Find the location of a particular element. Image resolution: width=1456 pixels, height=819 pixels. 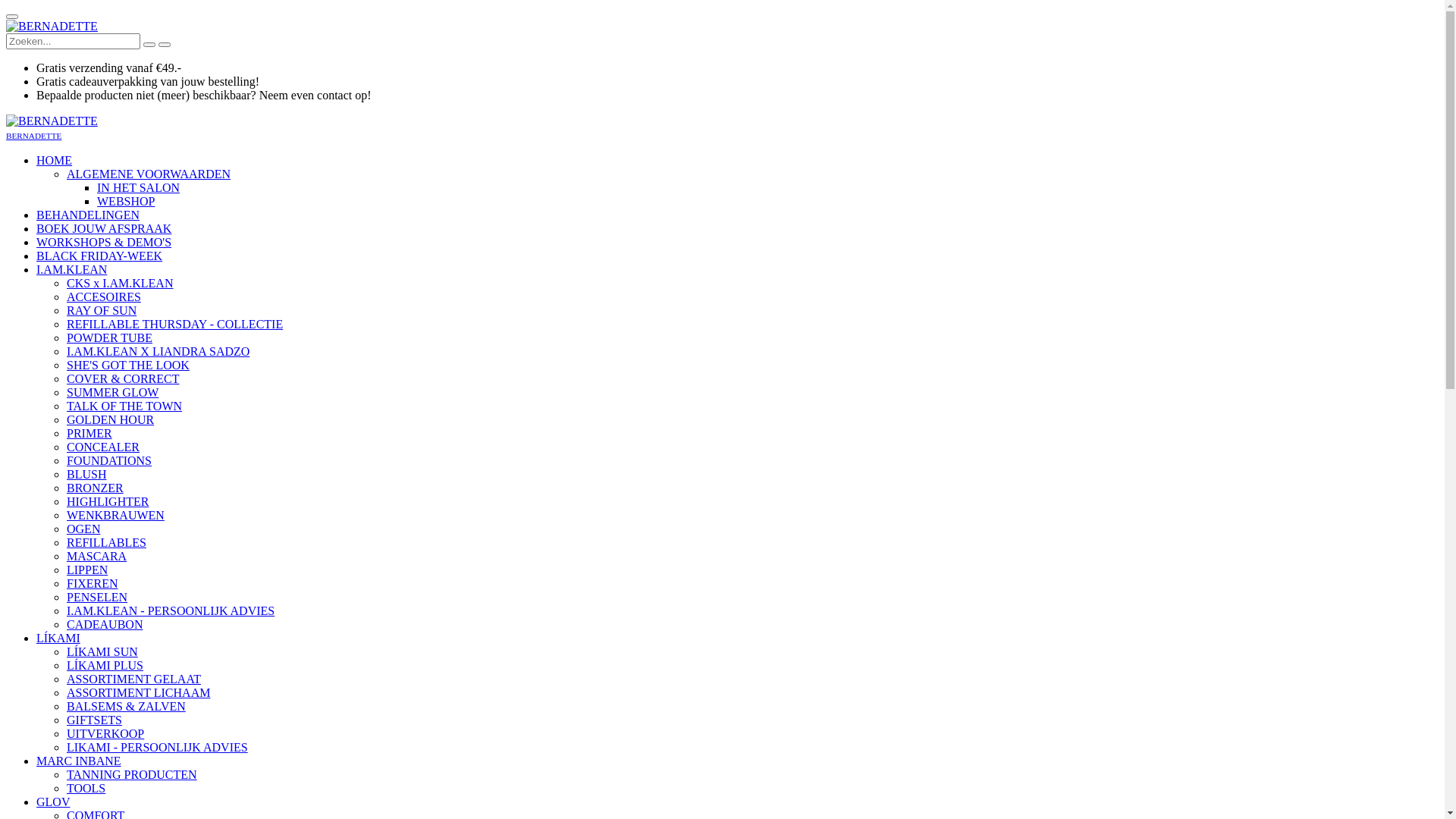

'ASSORTIMENT GELAAT' is located at coordinates (65, 678).